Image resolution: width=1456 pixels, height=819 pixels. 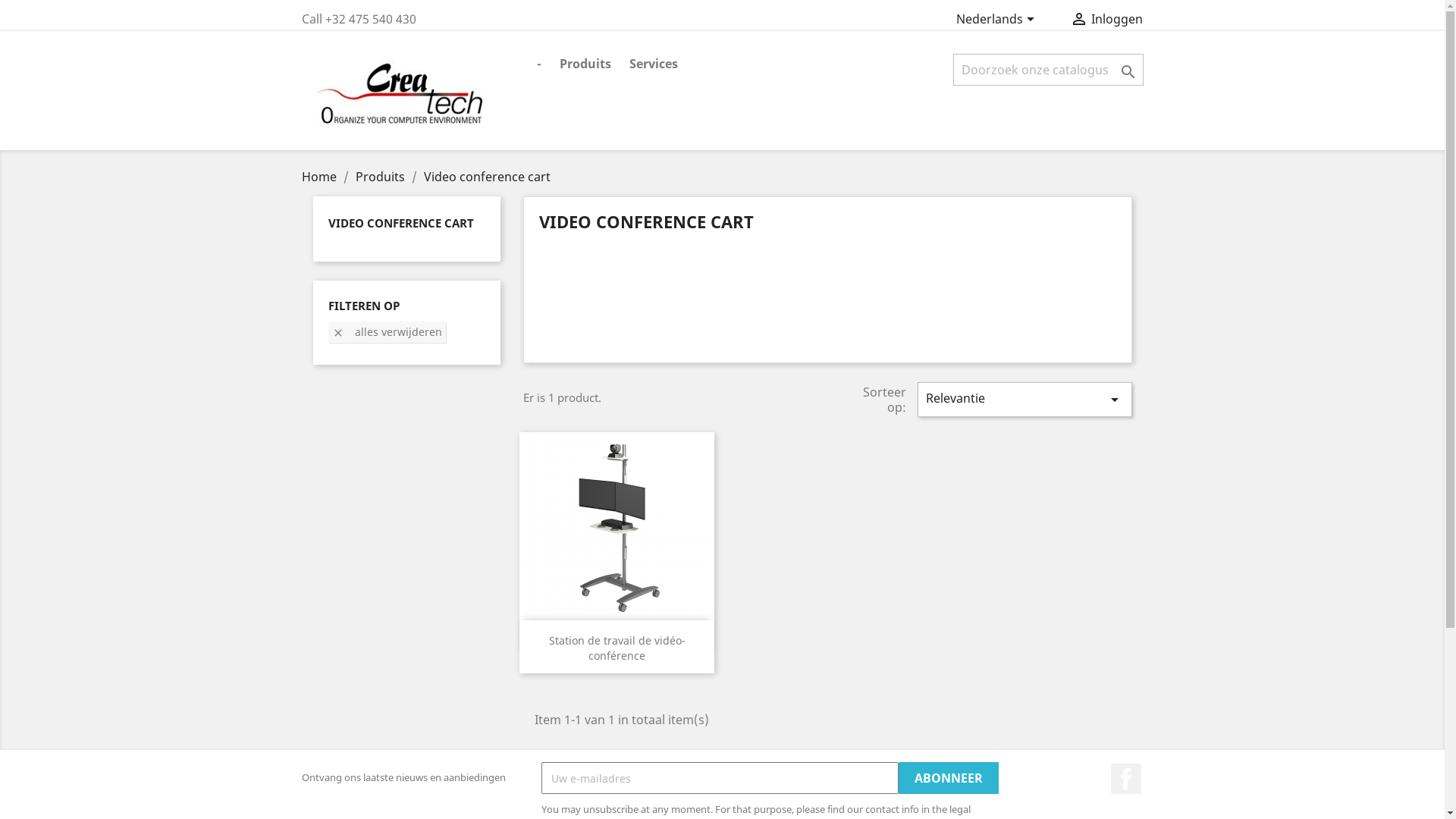 What do you see at coordinates (538, 64) in the screenshot?
I see `'-'` at bounding box center [538, 64].